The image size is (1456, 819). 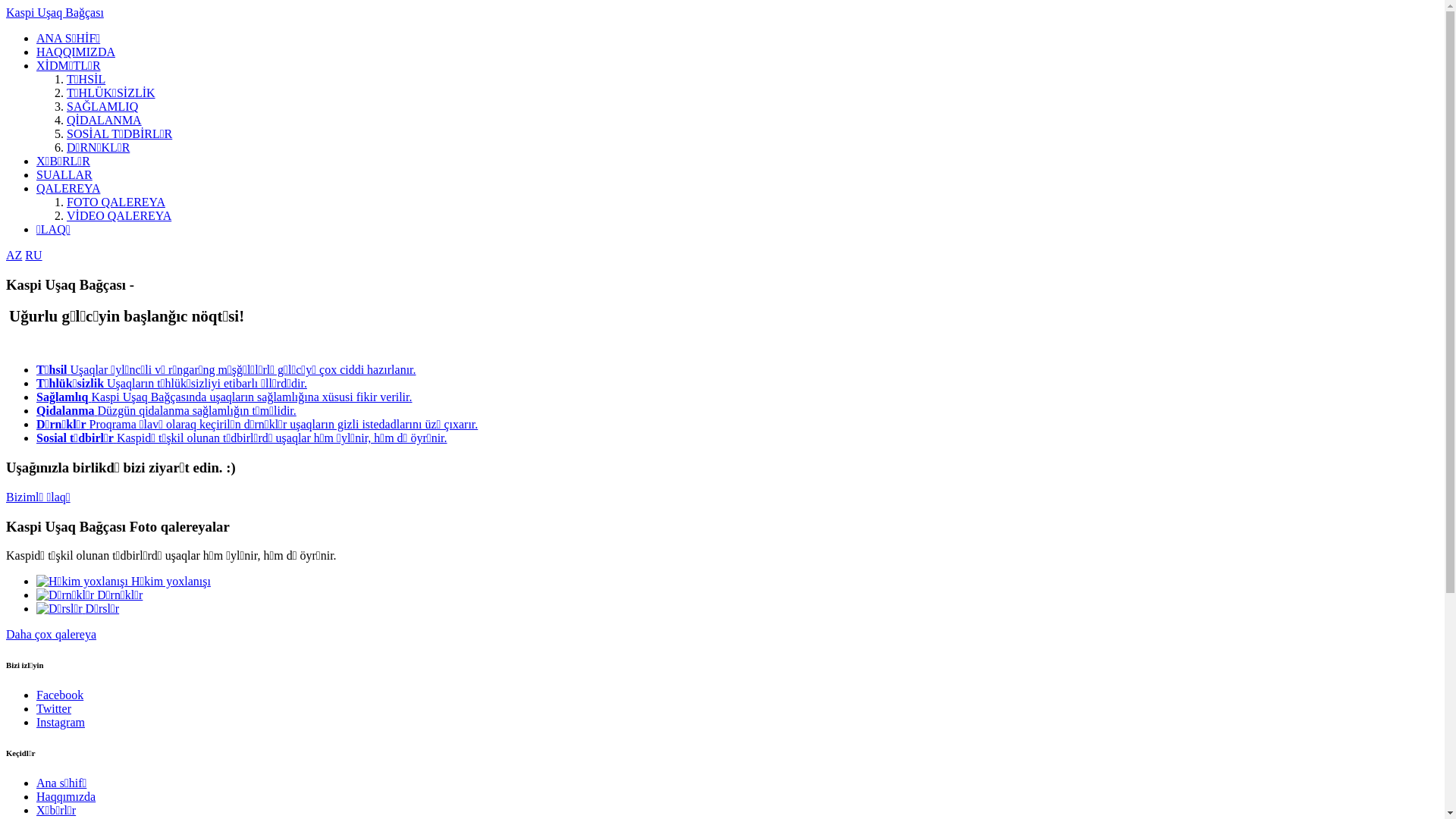 What do you see at coordinates (67, 187) in the screenshot?
I see `'QALEREYA'` at bounding box center [67, 187].